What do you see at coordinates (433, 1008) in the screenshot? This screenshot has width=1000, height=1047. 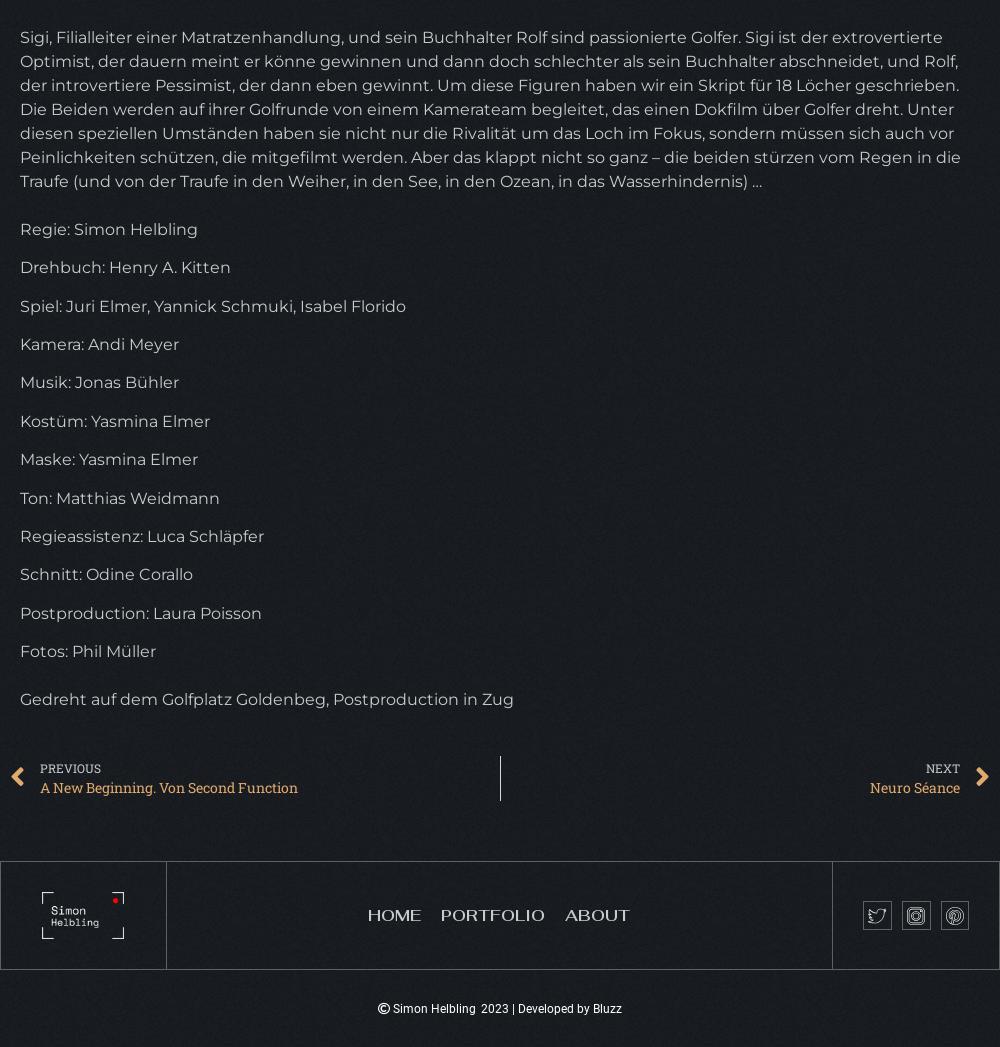 I see `'Simon Helbling'` at bounding box center [433, 1008].